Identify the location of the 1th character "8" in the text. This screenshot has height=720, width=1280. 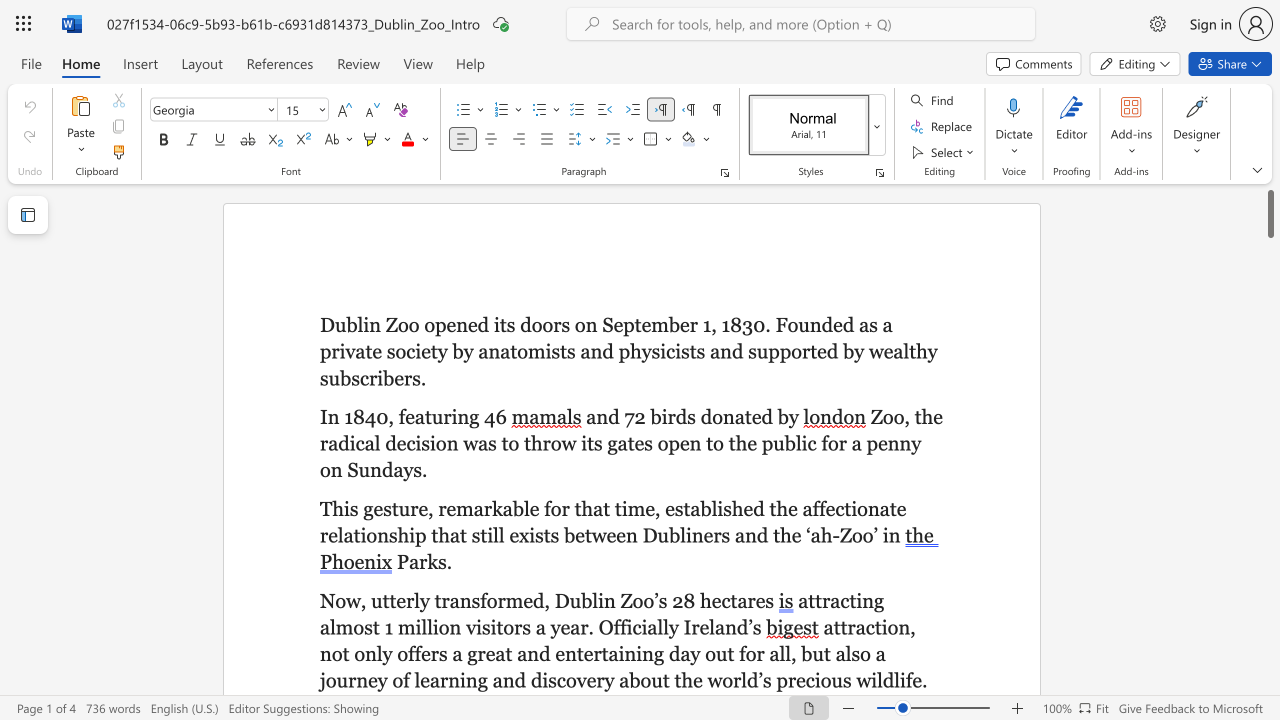
(689, 599).